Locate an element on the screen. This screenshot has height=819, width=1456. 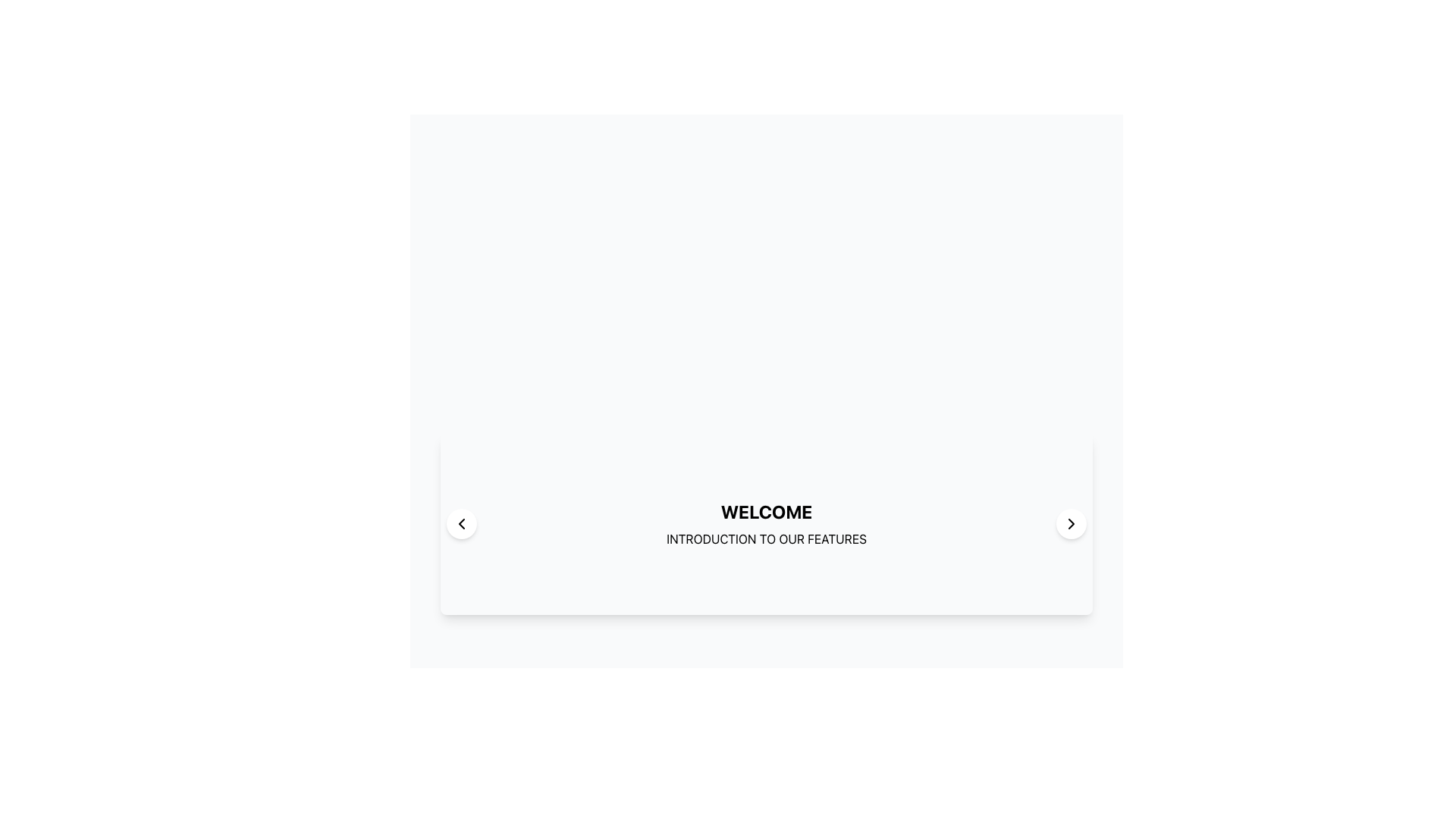
content displayed in the centered text element, which includes a header and subheader, positioned between navigation buttons is located at coordinates (767, 522).